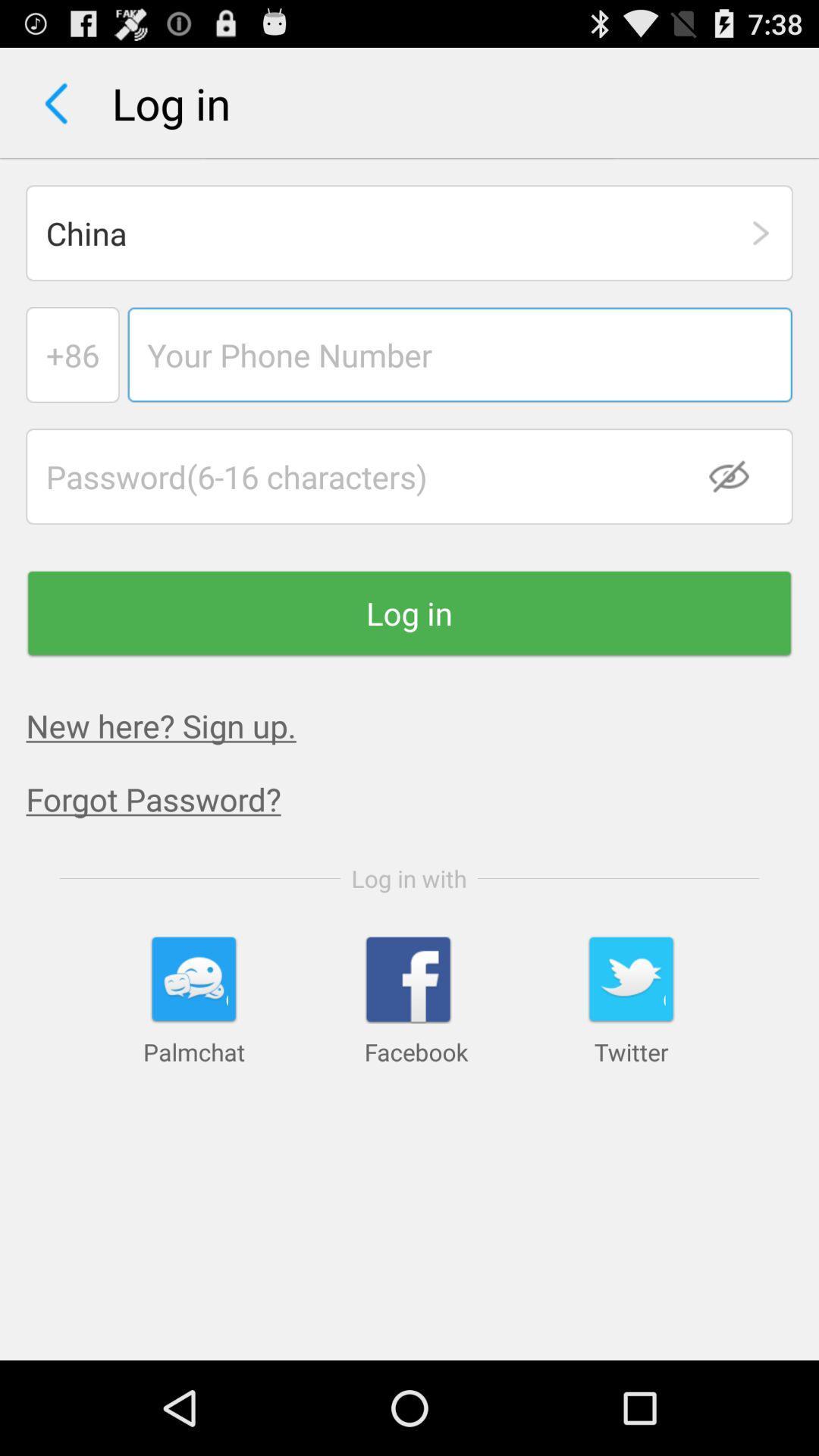 This screenshot has width=819, height=1456. I want to click on go back, so click(55, 102).